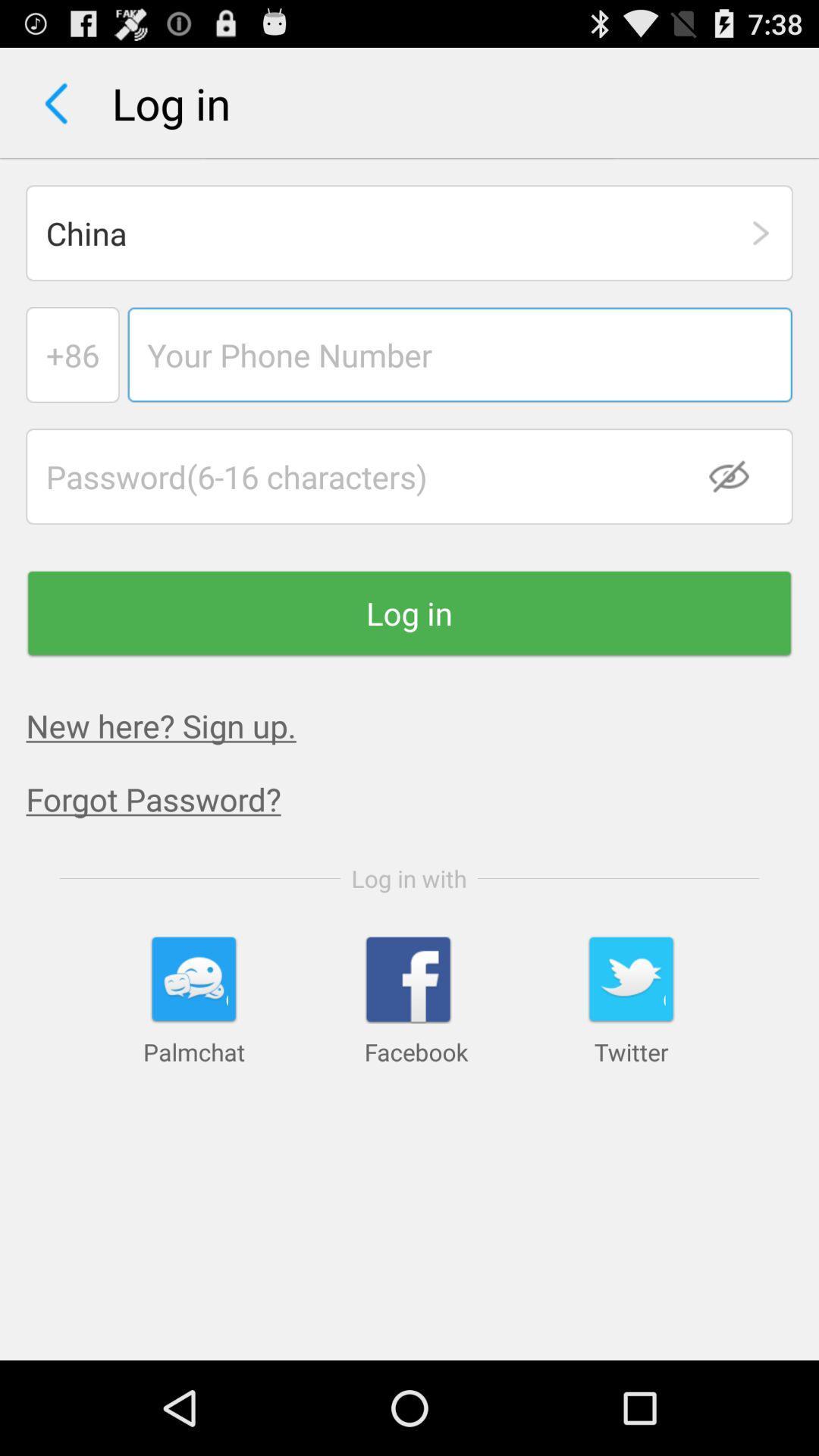 This screenshot has width=819, height=1456. I want to click on go back, so click(55, 102).